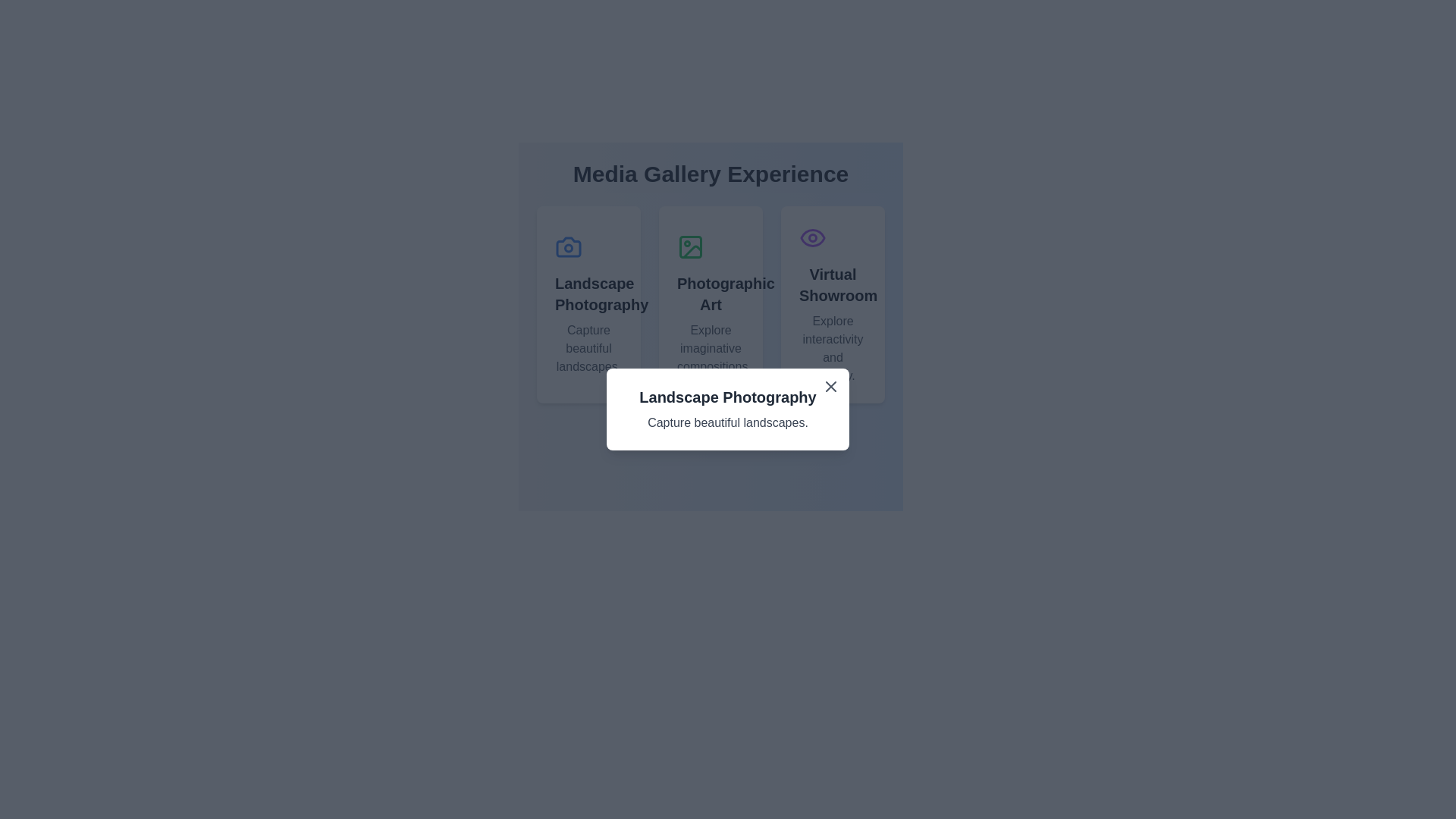  I want to click on text label 'Virtual Showroom' which is styled in large bold font and positioned above the descriptive text in the middle card of a three-card layout, so click(832, 284).